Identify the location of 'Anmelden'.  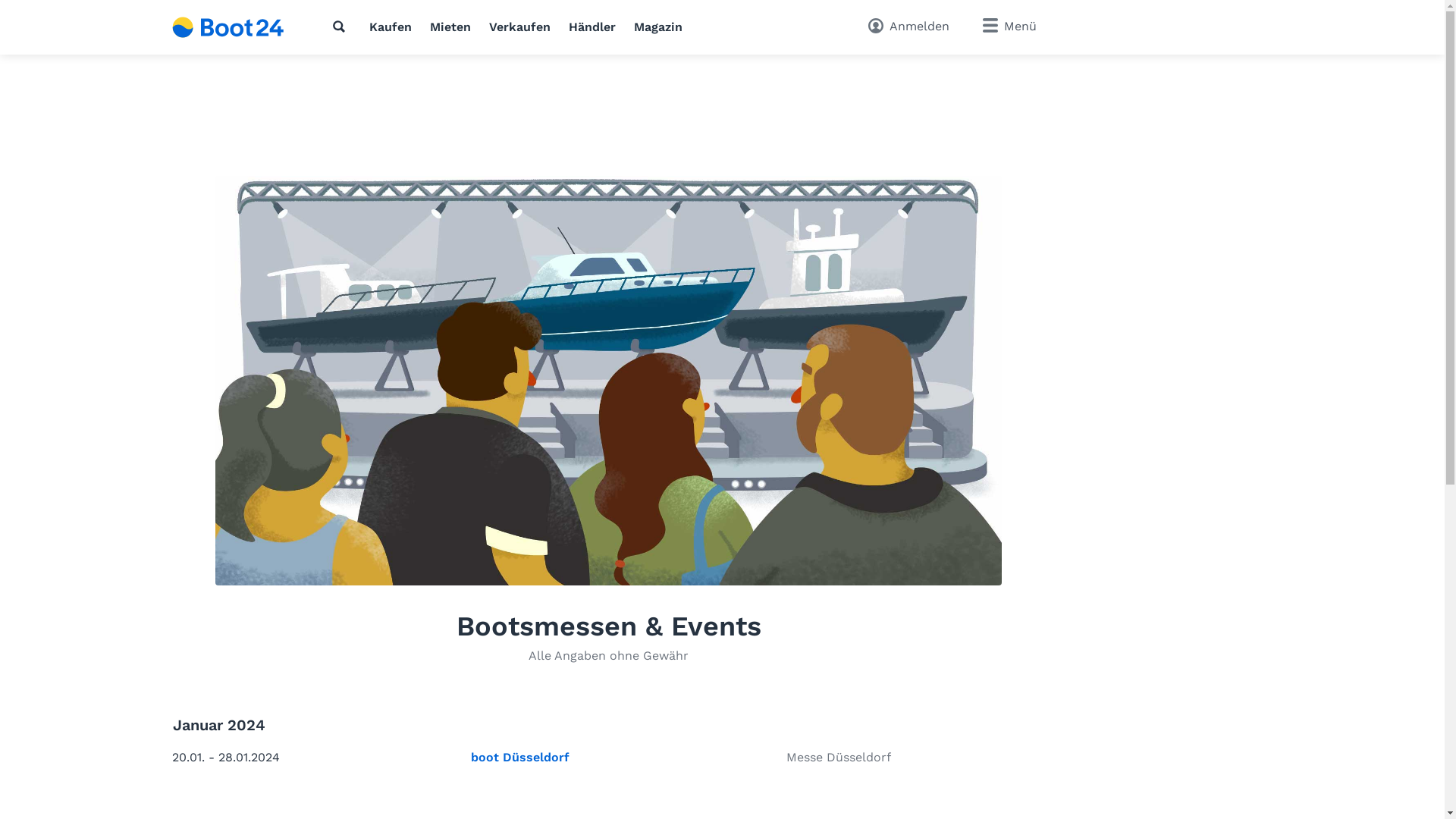
(908, 27).